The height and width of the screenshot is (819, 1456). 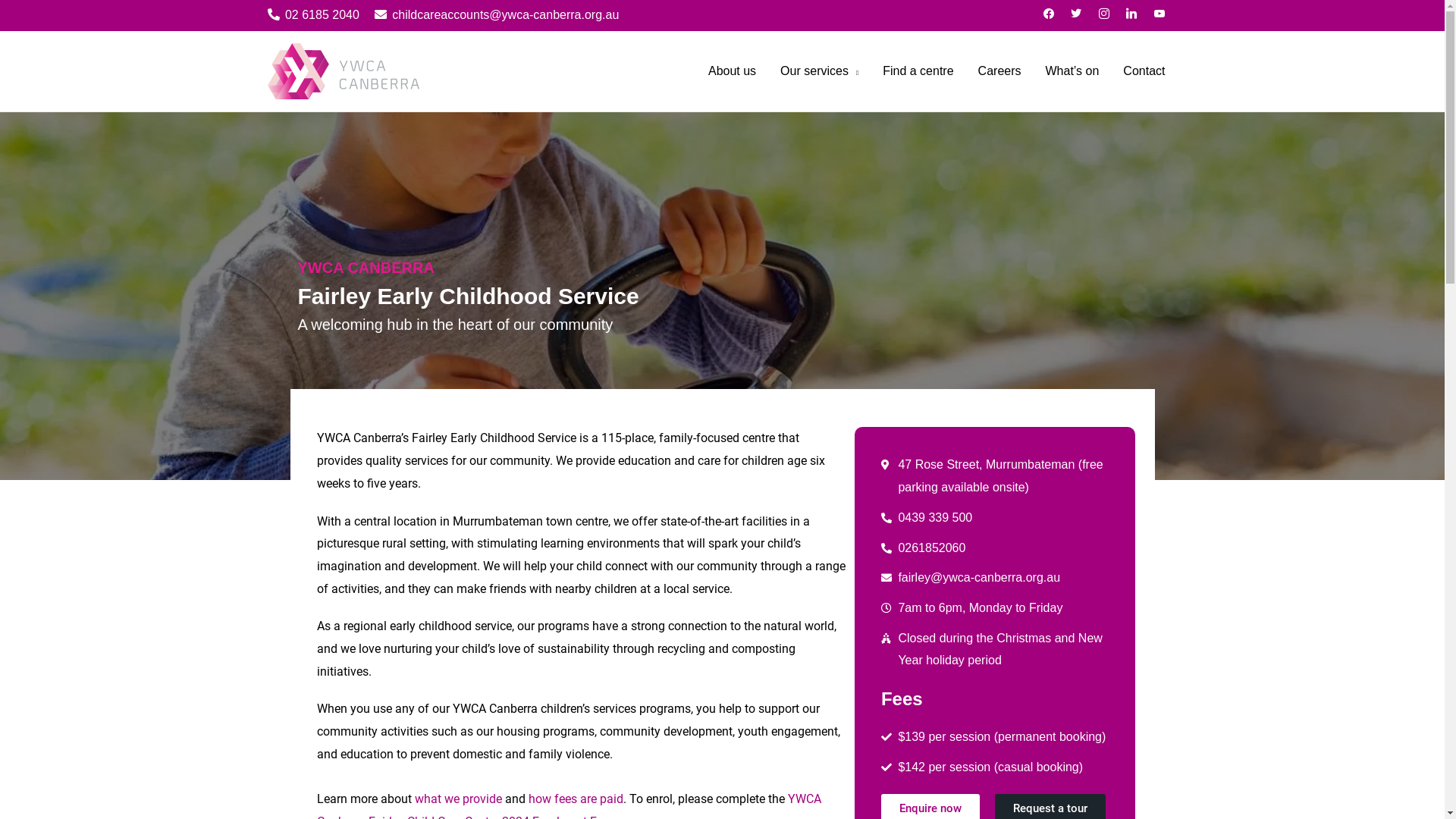 I want to click on 'Contact', so click(x=1110, y=71).